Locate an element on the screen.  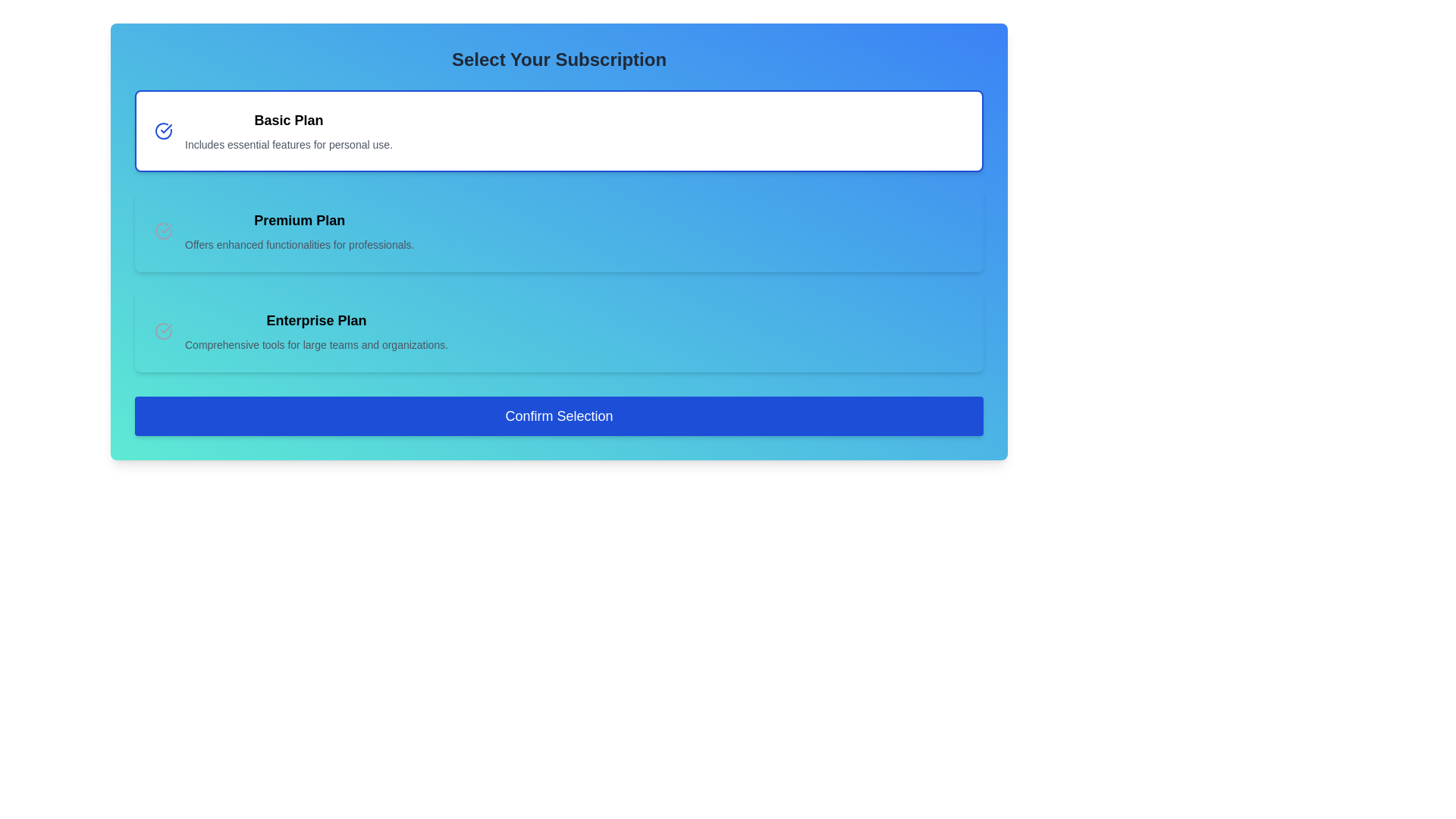
the blue rectangular button labeled 'Confirm Selection' to observe its interactive effects is located at coordinates (558, 416).